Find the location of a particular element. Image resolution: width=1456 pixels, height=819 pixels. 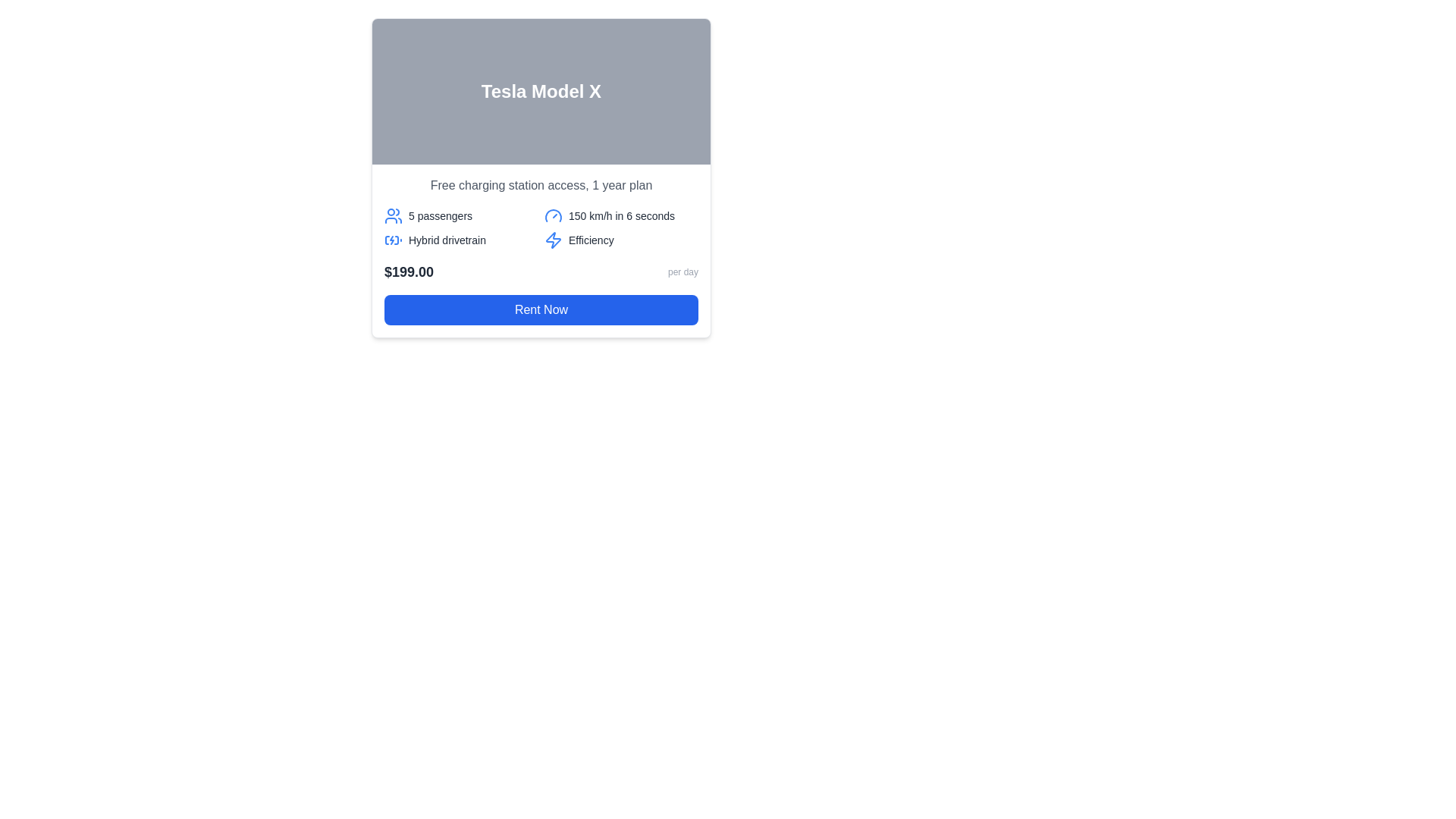

the static text display that shows 'Hybrid drivetrain', which is a gray text string positioned next to a battery icon, located below 'Tesla Model X' and 'Free charging station access, 1 year plan' is located at coordinates (447, 239).